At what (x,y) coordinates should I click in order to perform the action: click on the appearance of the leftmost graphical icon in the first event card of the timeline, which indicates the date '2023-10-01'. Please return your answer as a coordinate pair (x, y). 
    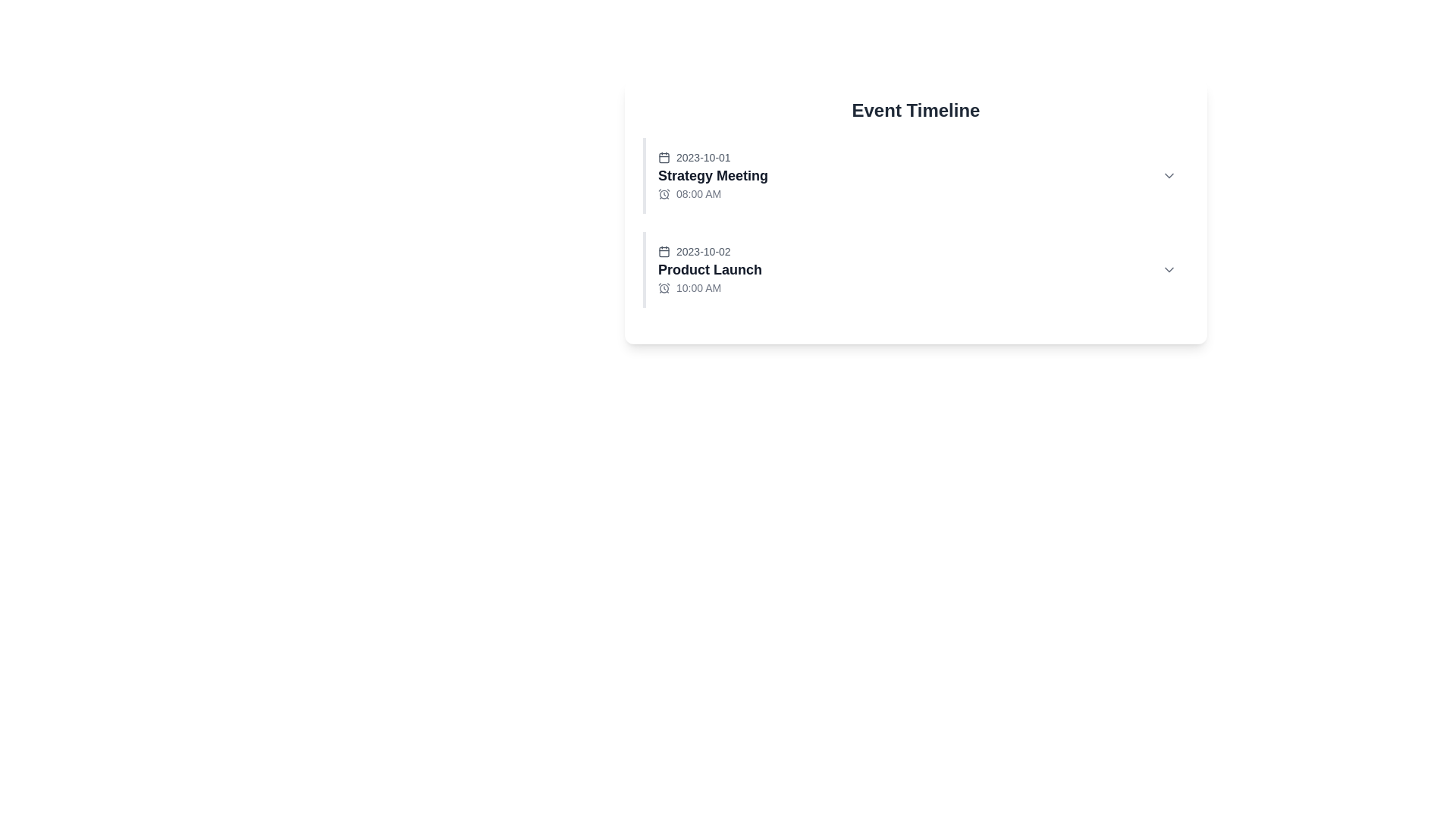
    Looking at the image, I should click on (664, 158).